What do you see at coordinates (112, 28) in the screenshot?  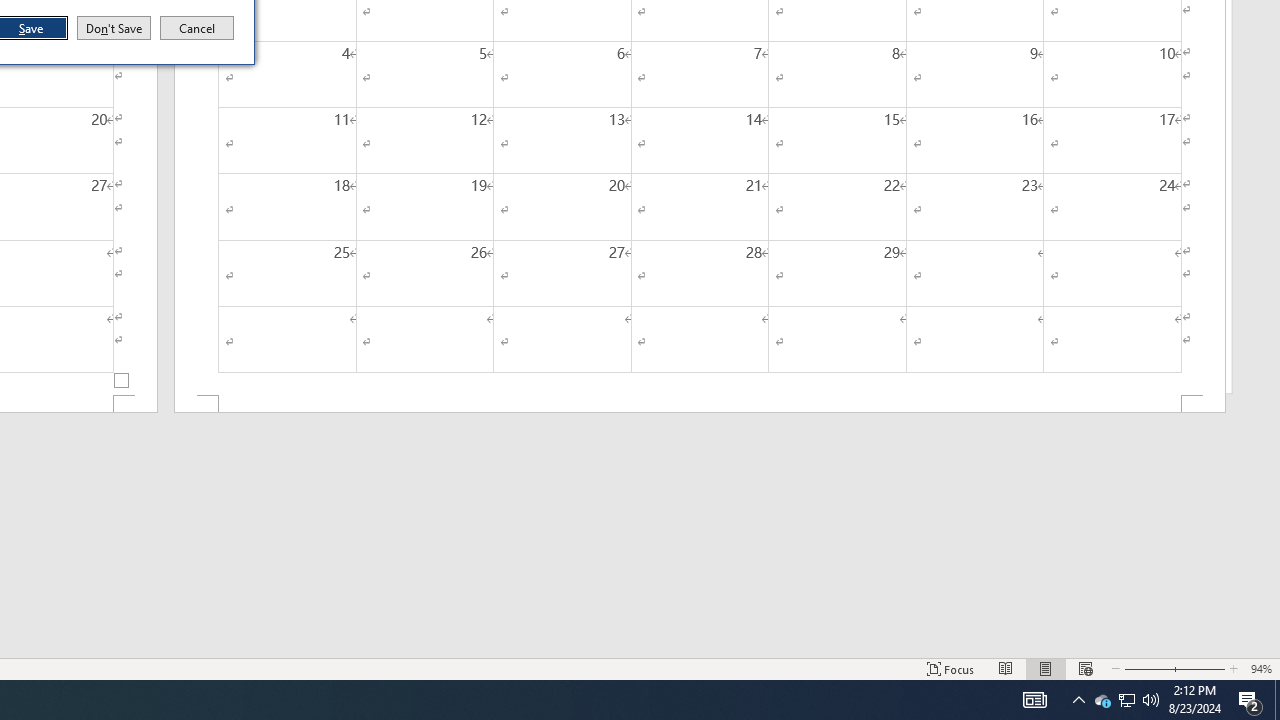 I see `'Don'` at bounding box center [112, 28].